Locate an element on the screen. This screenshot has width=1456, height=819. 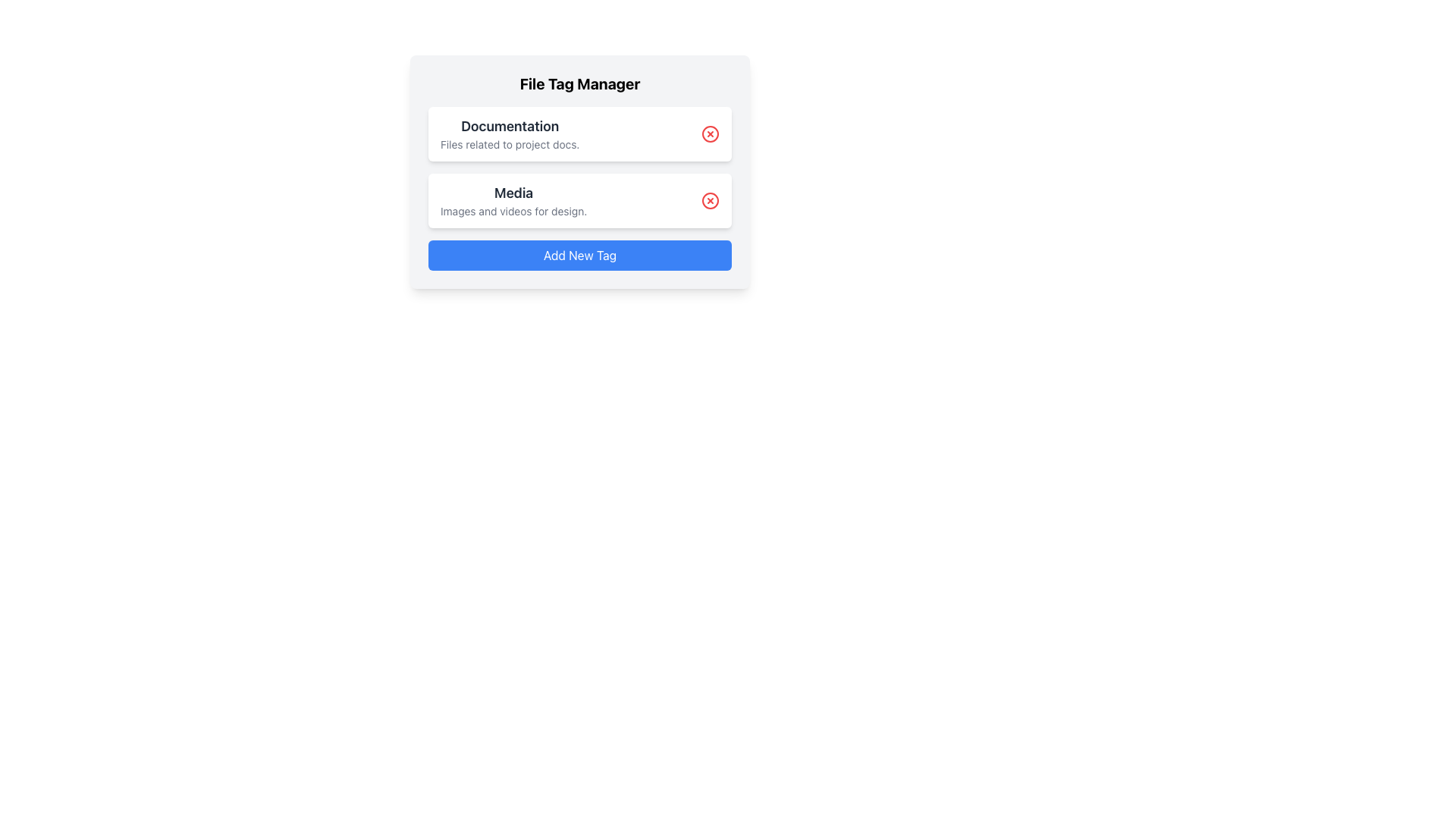
the text block titled 'Documentation' which provides the description 'Files related to project docs.' in the 'File Tag Manager' card component is located at coordinates (510, 133).